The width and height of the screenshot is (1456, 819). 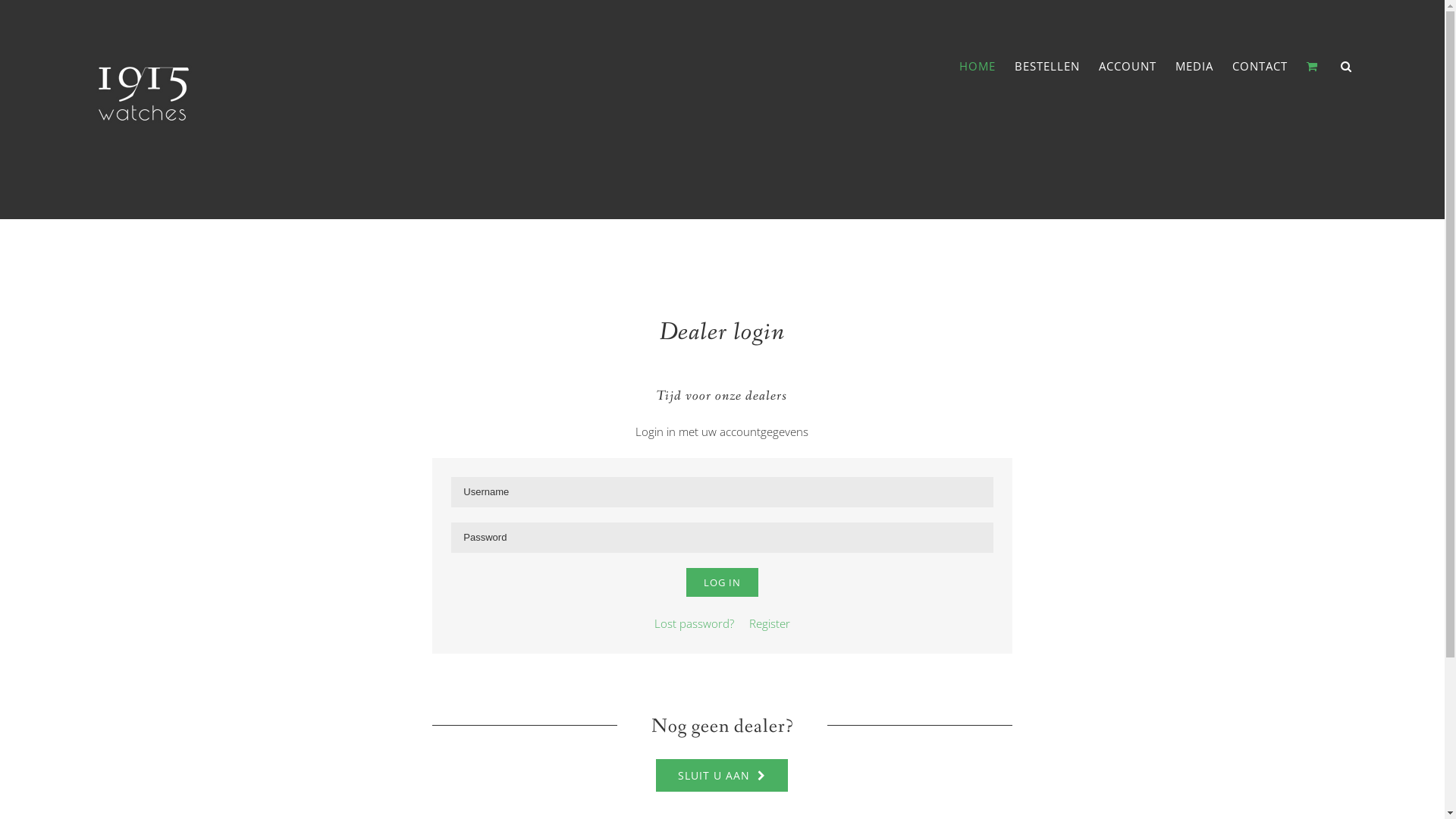 I want to click on 'MEDIA', so click(x=1193, y=65).